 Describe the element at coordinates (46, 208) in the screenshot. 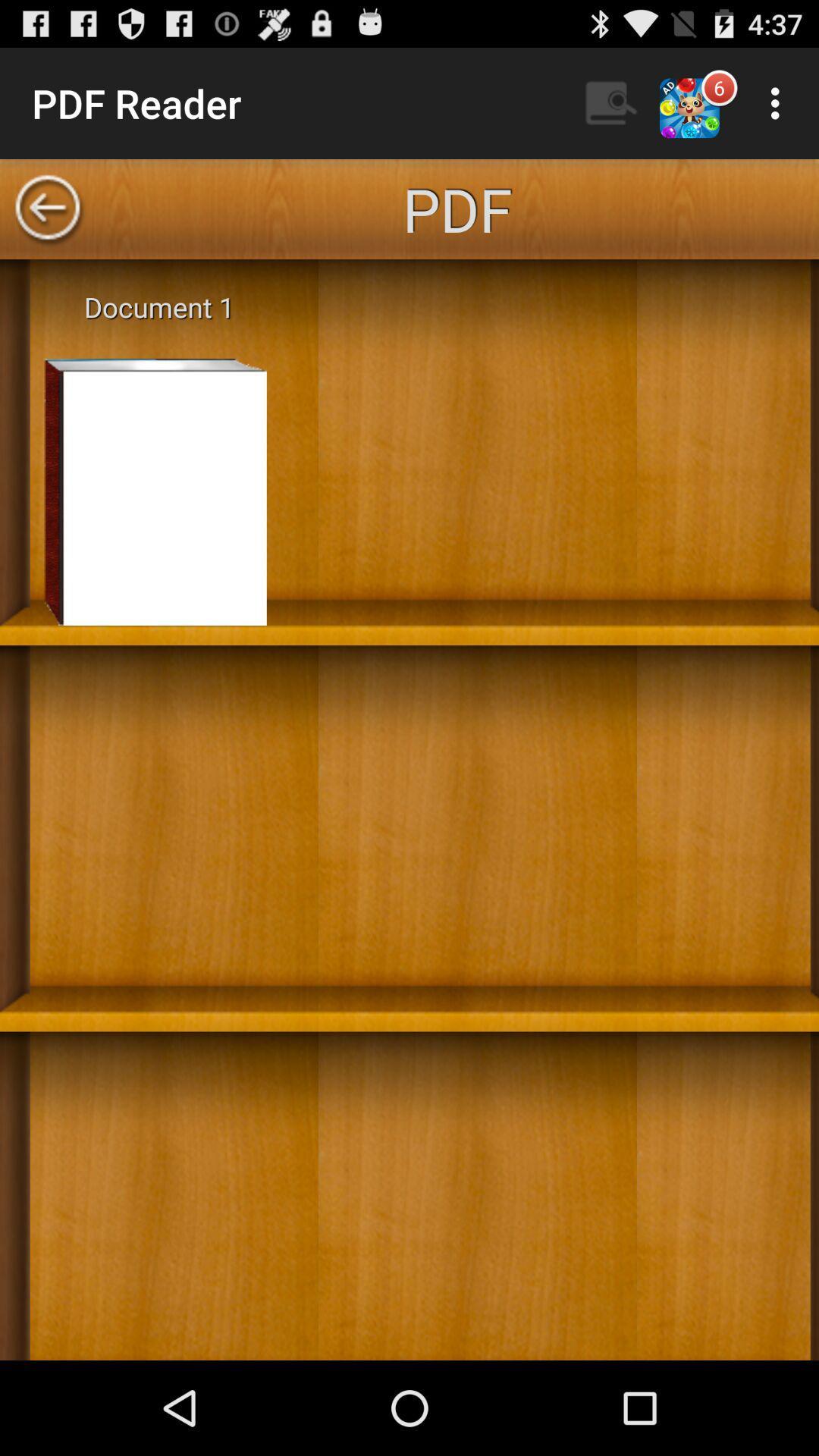

I see `go back` at that location.